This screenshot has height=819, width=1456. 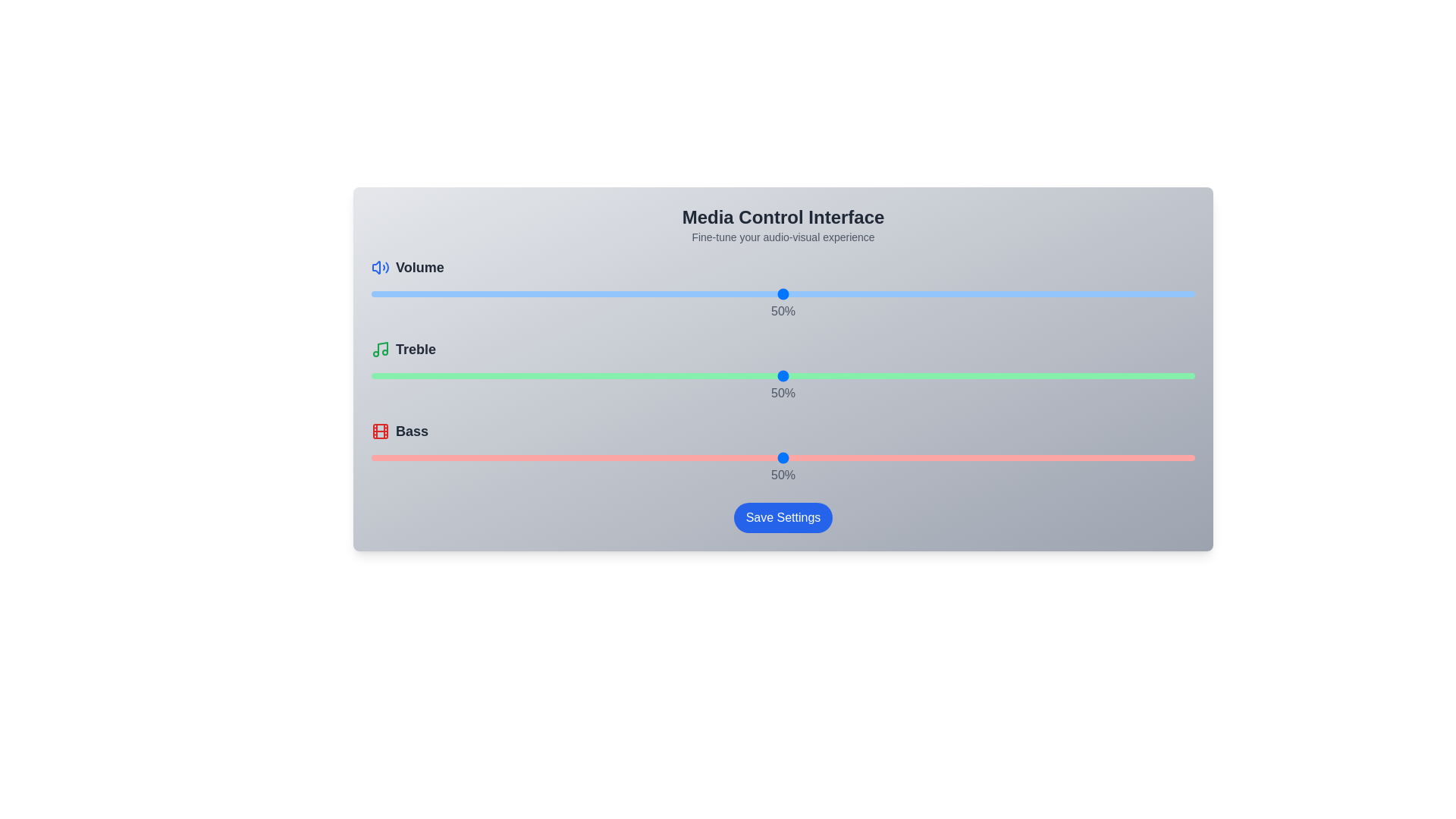 What do you see at coordinates (412, 431) in the screenshot?
I see `the 'Bass' label in the media settings interface, which is located in the third row of controls next to a red film icon` at bounding box center [412, 431].